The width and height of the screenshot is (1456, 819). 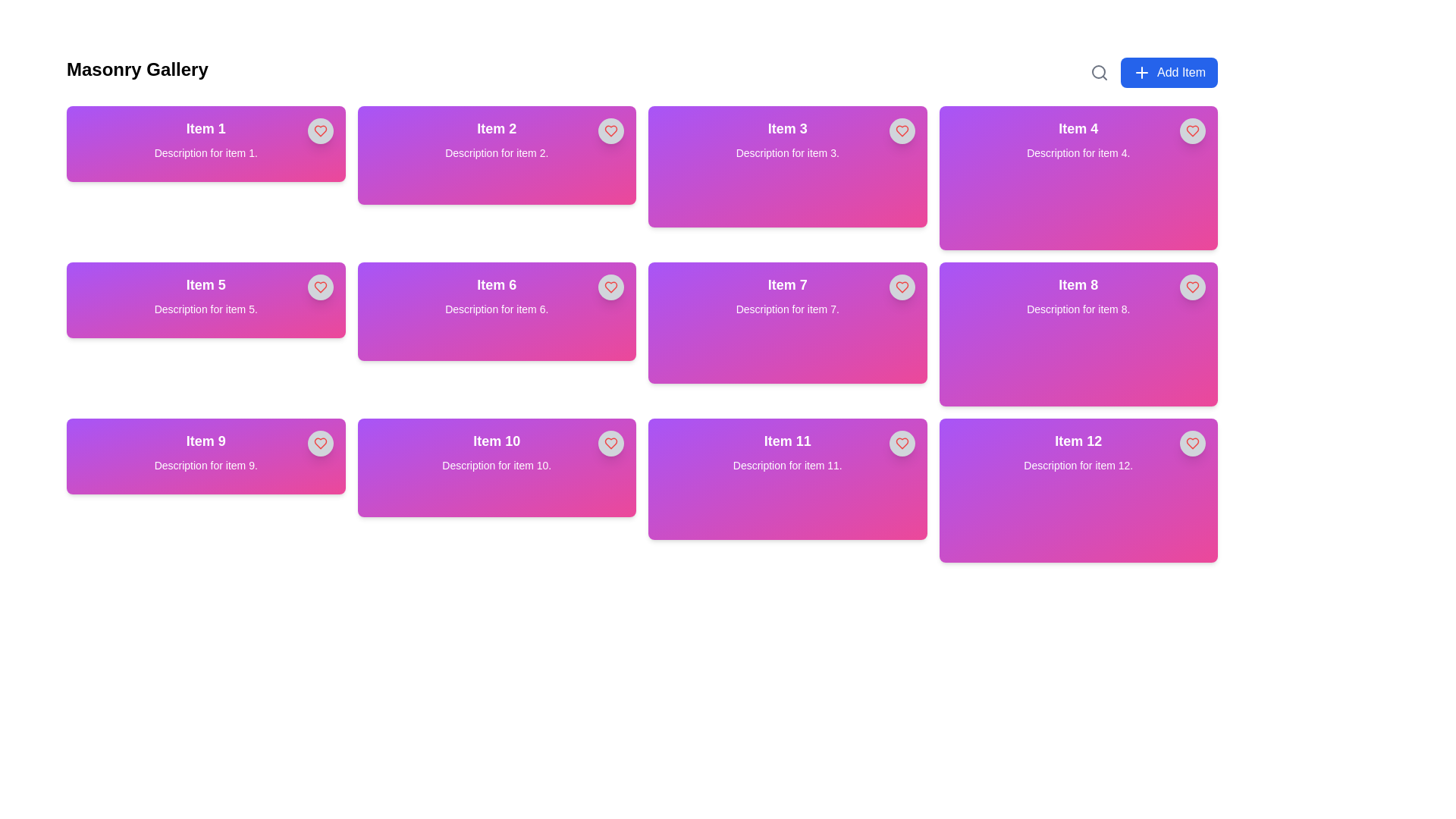 I want to click on the Text label indicating the purpose or category of the masonry gallery, which is located at the leftmost side of the horizontal group at the top of the interface, so click(x=137, y=73).